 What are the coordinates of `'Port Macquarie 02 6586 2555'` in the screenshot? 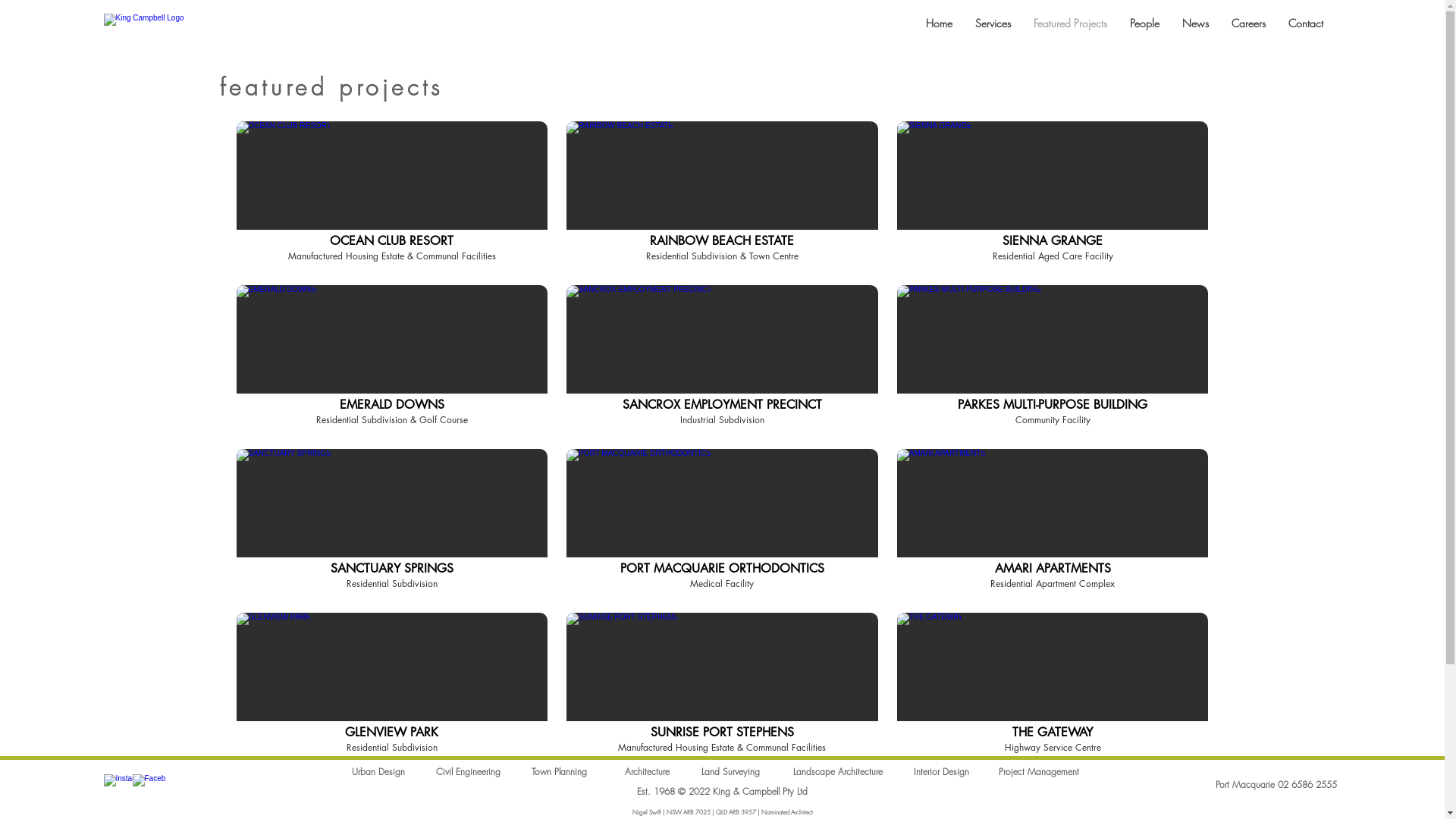 It's located at (1215, 784).